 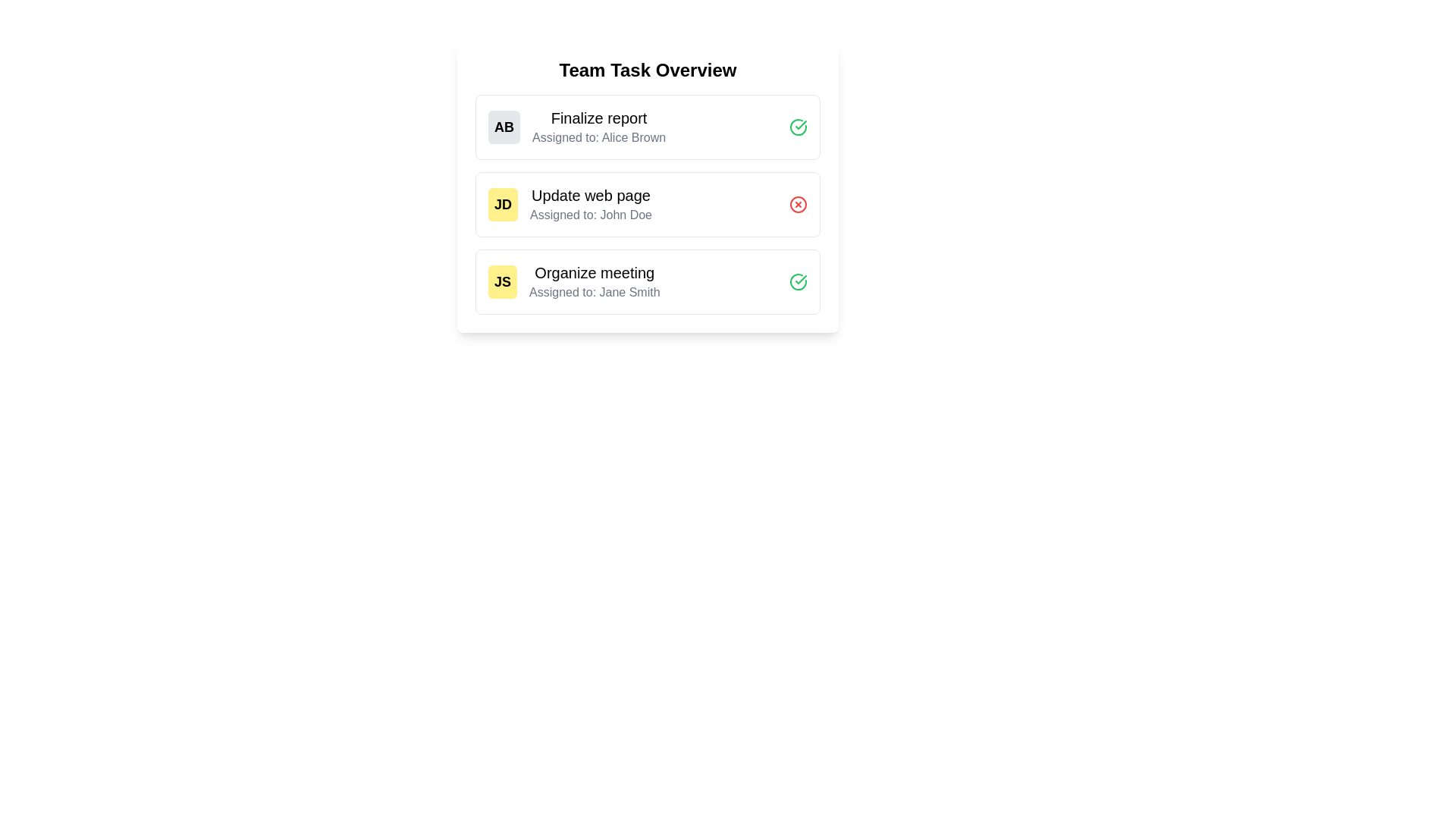 What do you see at coordinates (570, 205) in the screenshot?
I see `the task item in the task management interface that displays the task title and the assigned person, which is the second item in the vertically stacked list` at bounding box center [570, 205].